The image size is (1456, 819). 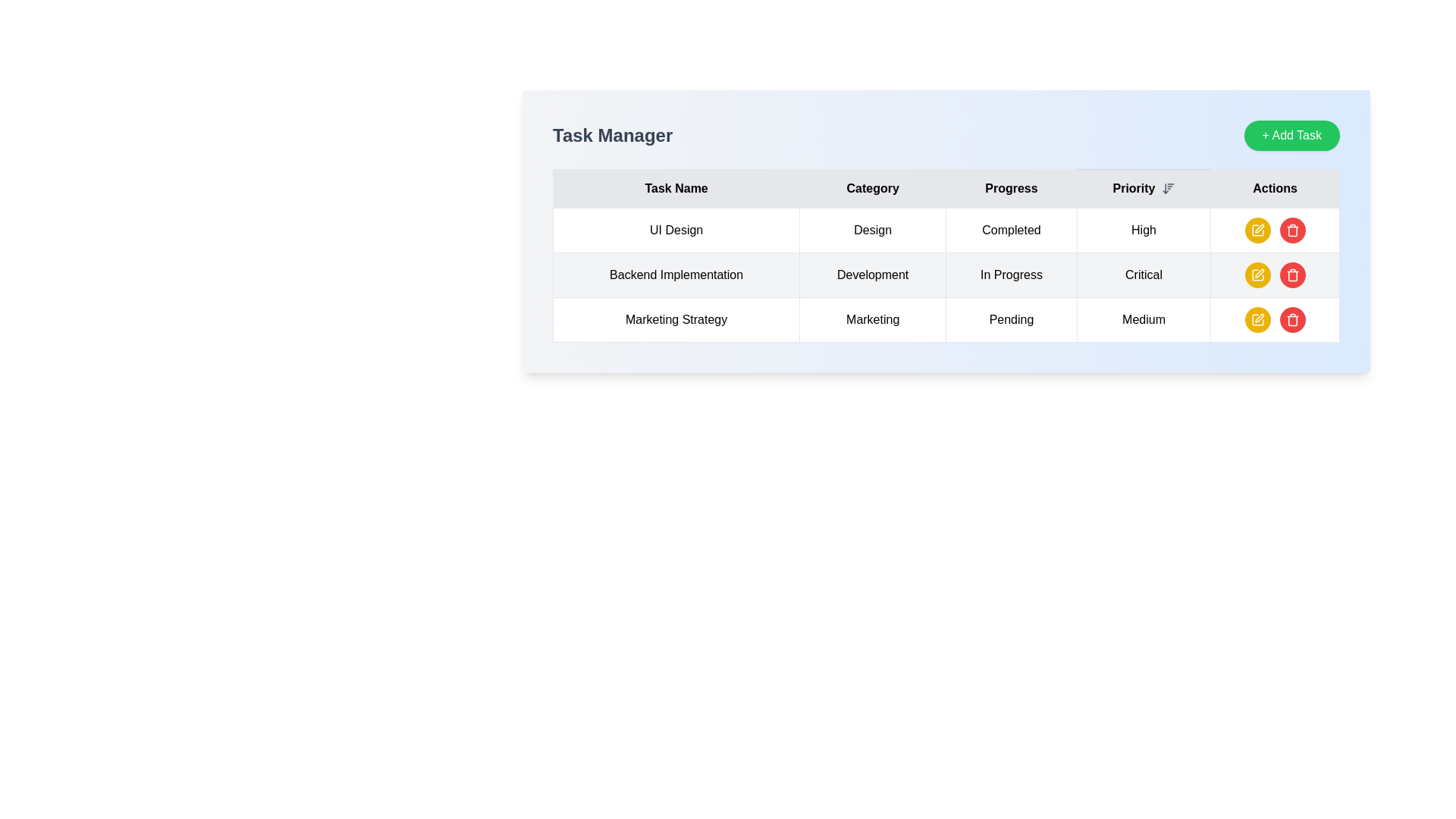 I want to click on the Icon Button that resembles a downward arrow with horizontal lines, located in the header of the 'Priority' column, so click(x=1167, y=188).